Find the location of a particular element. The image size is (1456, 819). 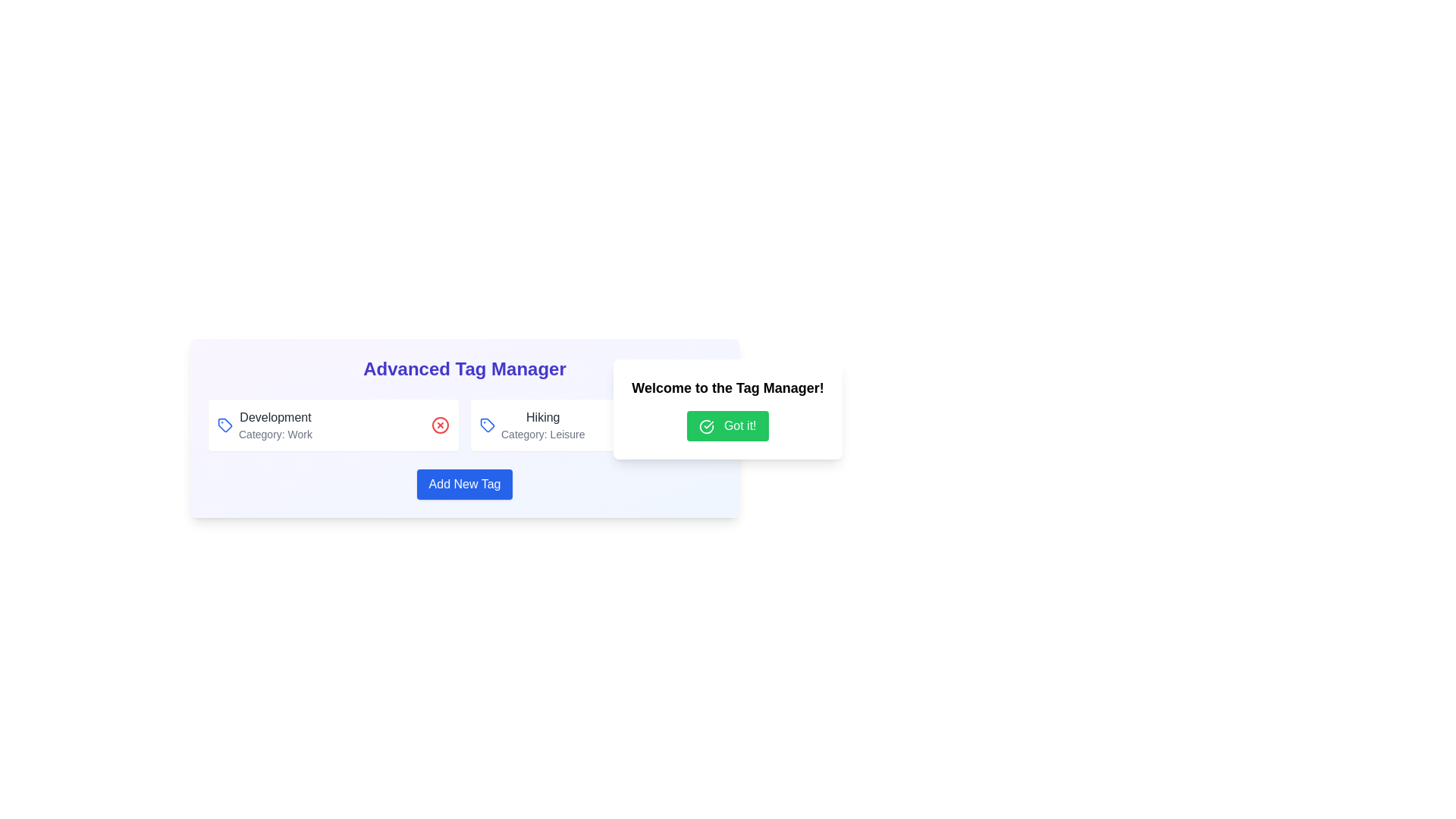

the actionable button located centrally below the highlighted tags is located at coordinates (464, 485).